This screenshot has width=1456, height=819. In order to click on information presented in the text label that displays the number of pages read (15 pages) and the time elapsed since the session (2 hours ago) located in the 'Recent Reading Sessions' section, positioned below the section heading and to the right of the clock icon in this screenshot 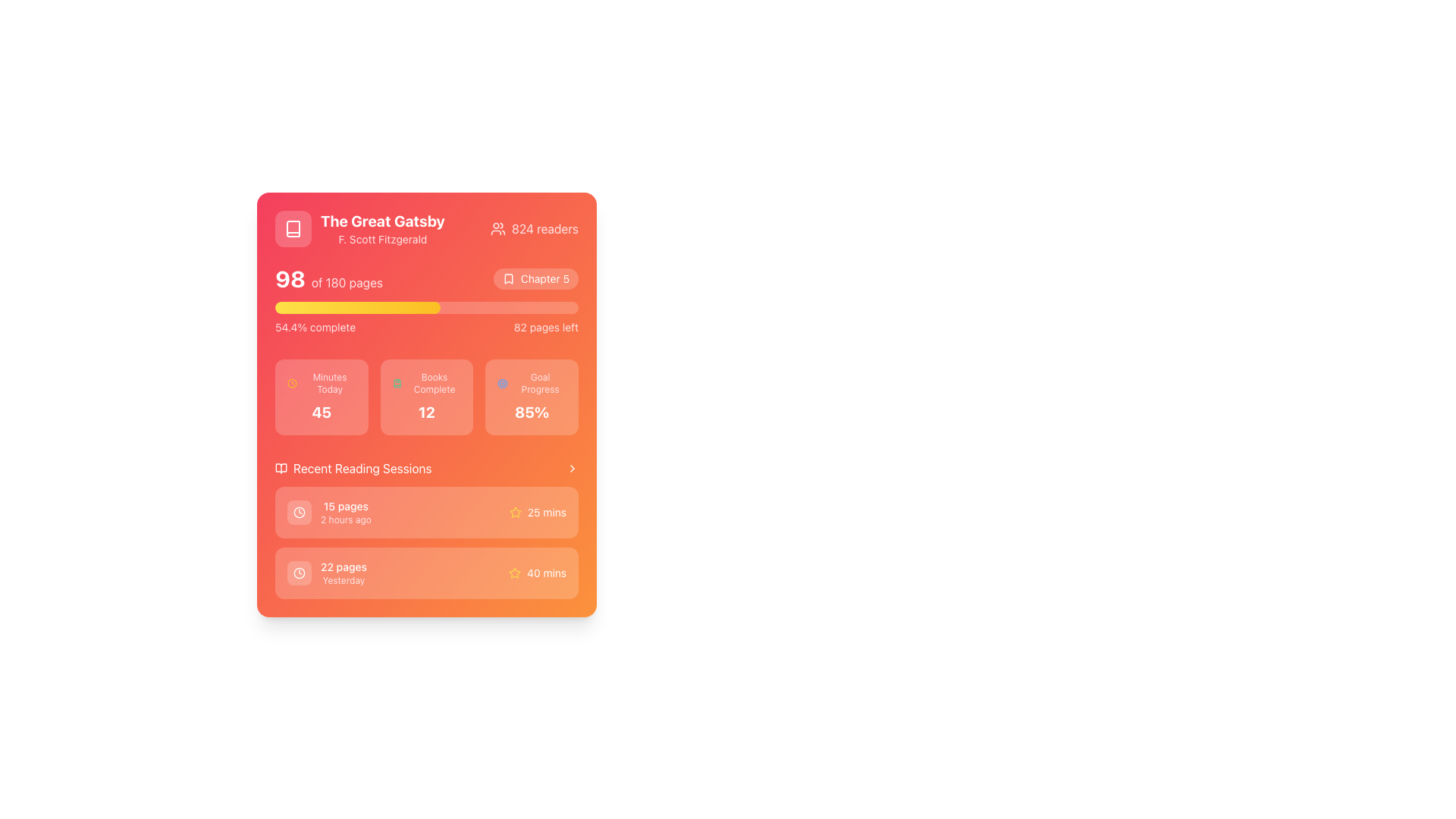, I will do `click(345, 512)`.